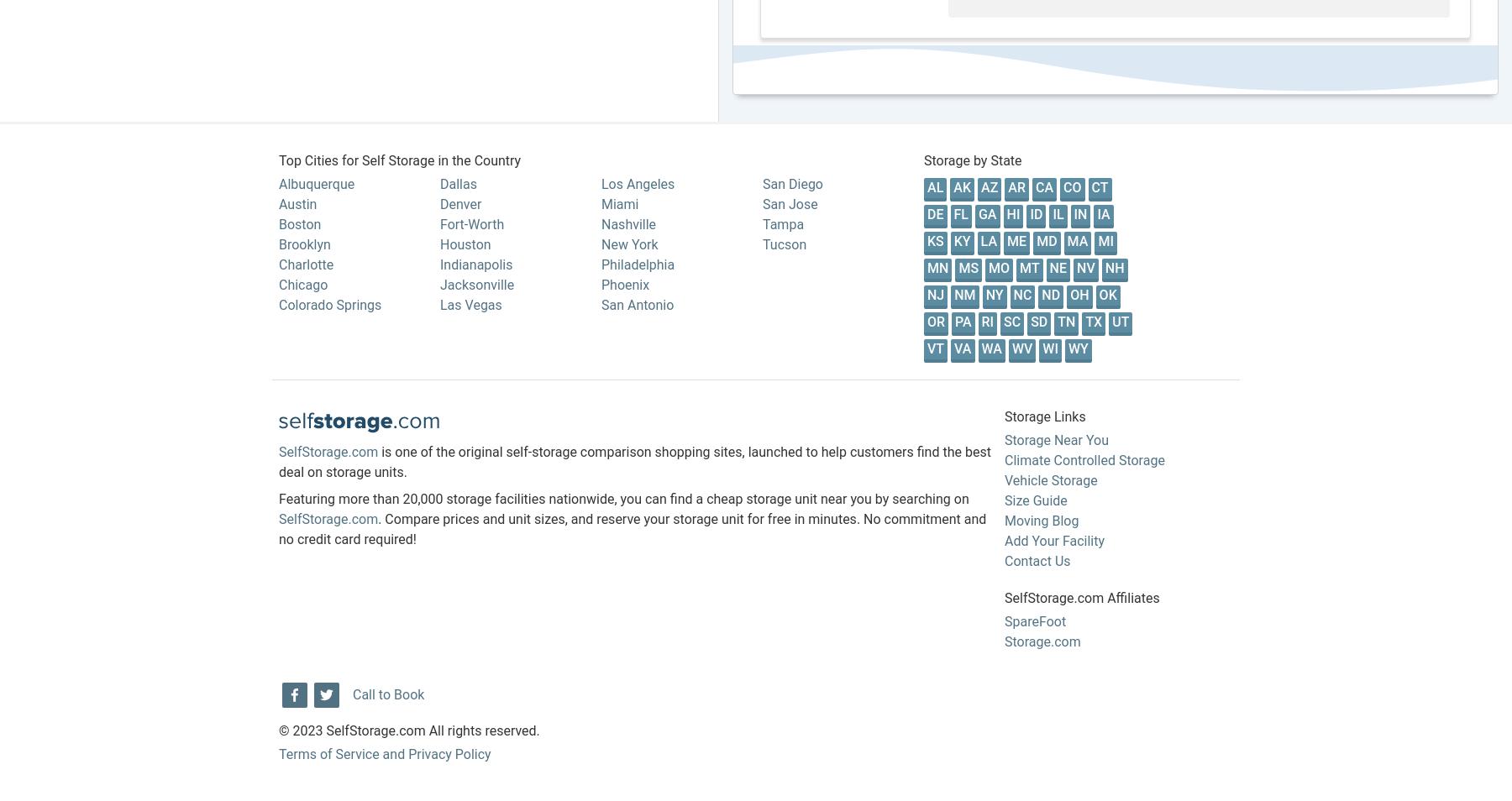 This screenshot has height=801, width=1512. Describe the element at coordinates (277, 203) in the screenshot. I see `'Austin'` at that location.